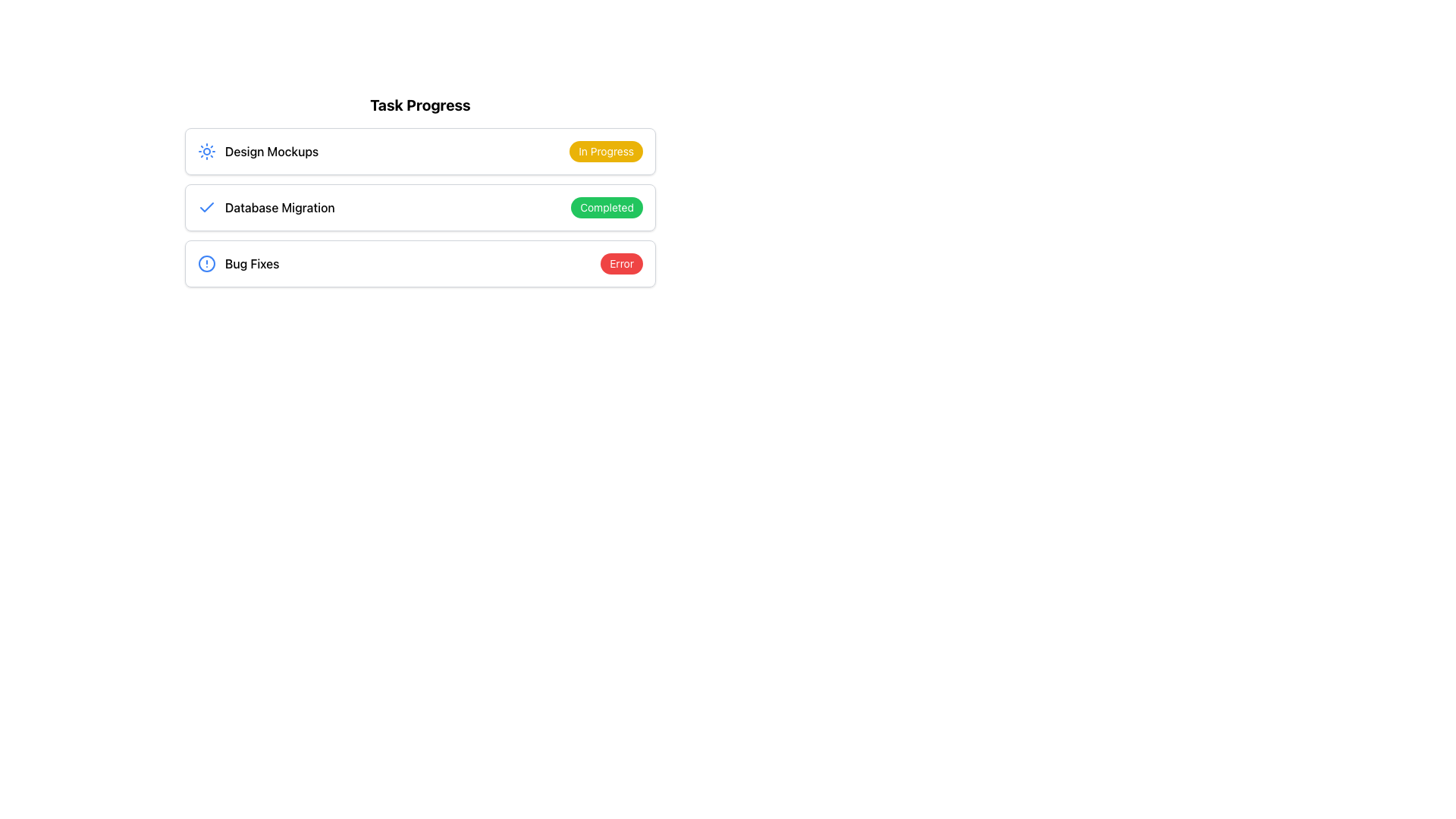 The height and width of the screenshot is (819, 1456). Describe the element at coordinates (206, 207) in the screenshot. I see `the checkmark icon indicating the completion status of the 'Database Migration' task` at that location.